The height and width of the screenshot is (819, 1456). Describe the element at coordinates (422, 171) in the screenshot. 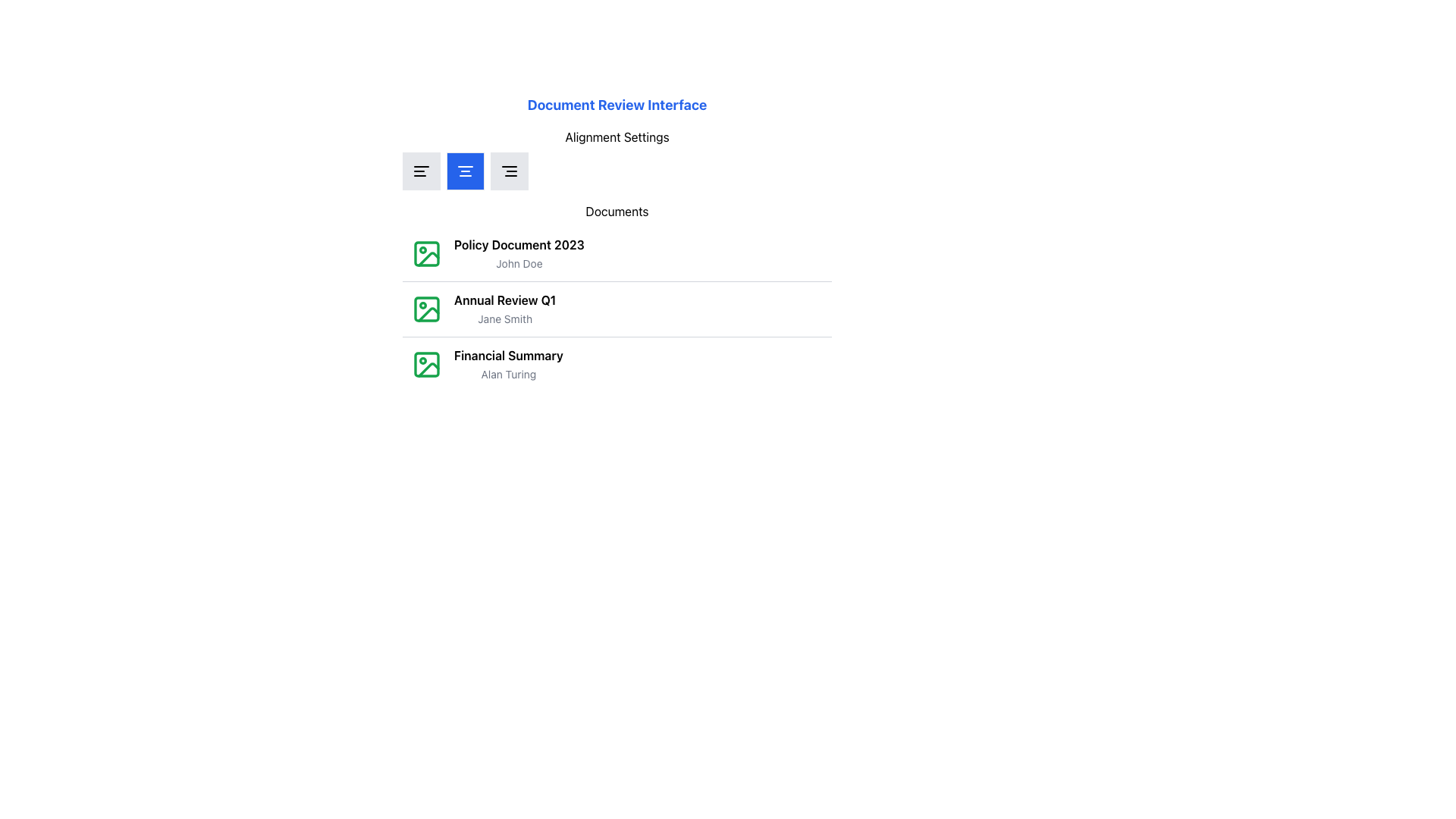

I see `the first icon representing left text alignment in the alignment options` at that location.